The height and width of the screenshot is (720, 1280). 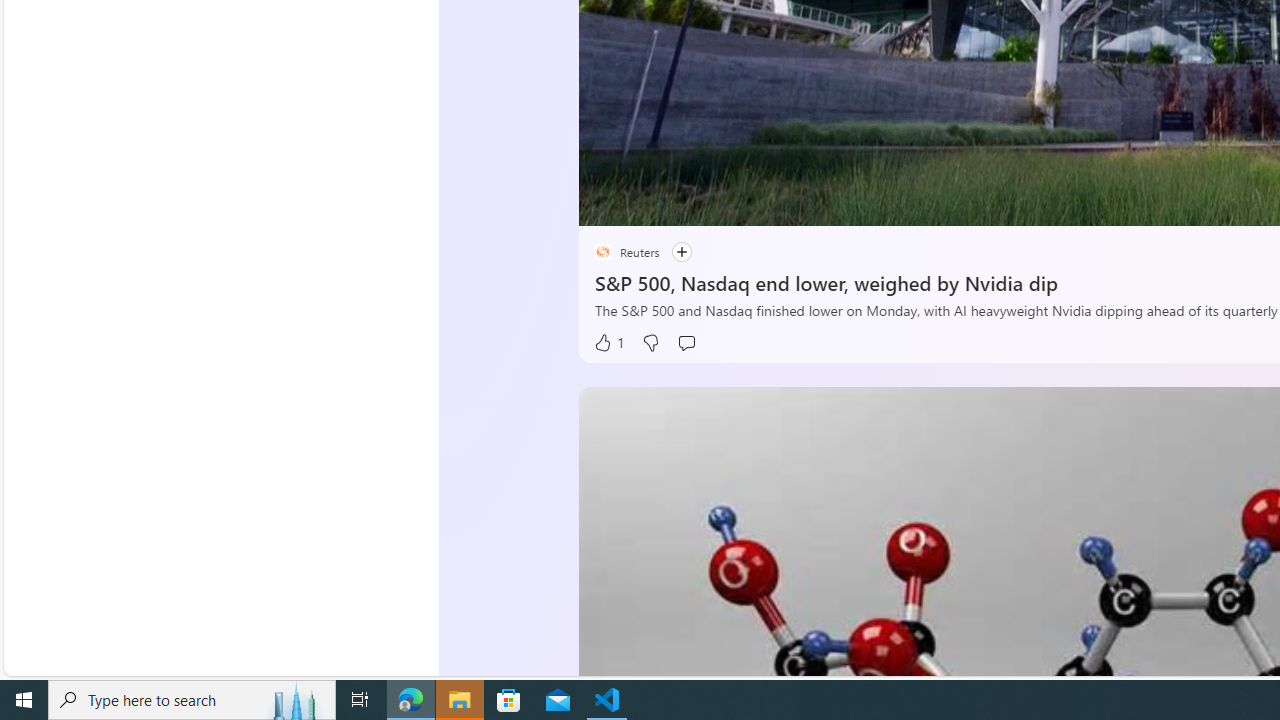 What do you see at coordinates (601, 251) in the screenshot?
I see `'placeholder'` at bounding box center [601, 251].